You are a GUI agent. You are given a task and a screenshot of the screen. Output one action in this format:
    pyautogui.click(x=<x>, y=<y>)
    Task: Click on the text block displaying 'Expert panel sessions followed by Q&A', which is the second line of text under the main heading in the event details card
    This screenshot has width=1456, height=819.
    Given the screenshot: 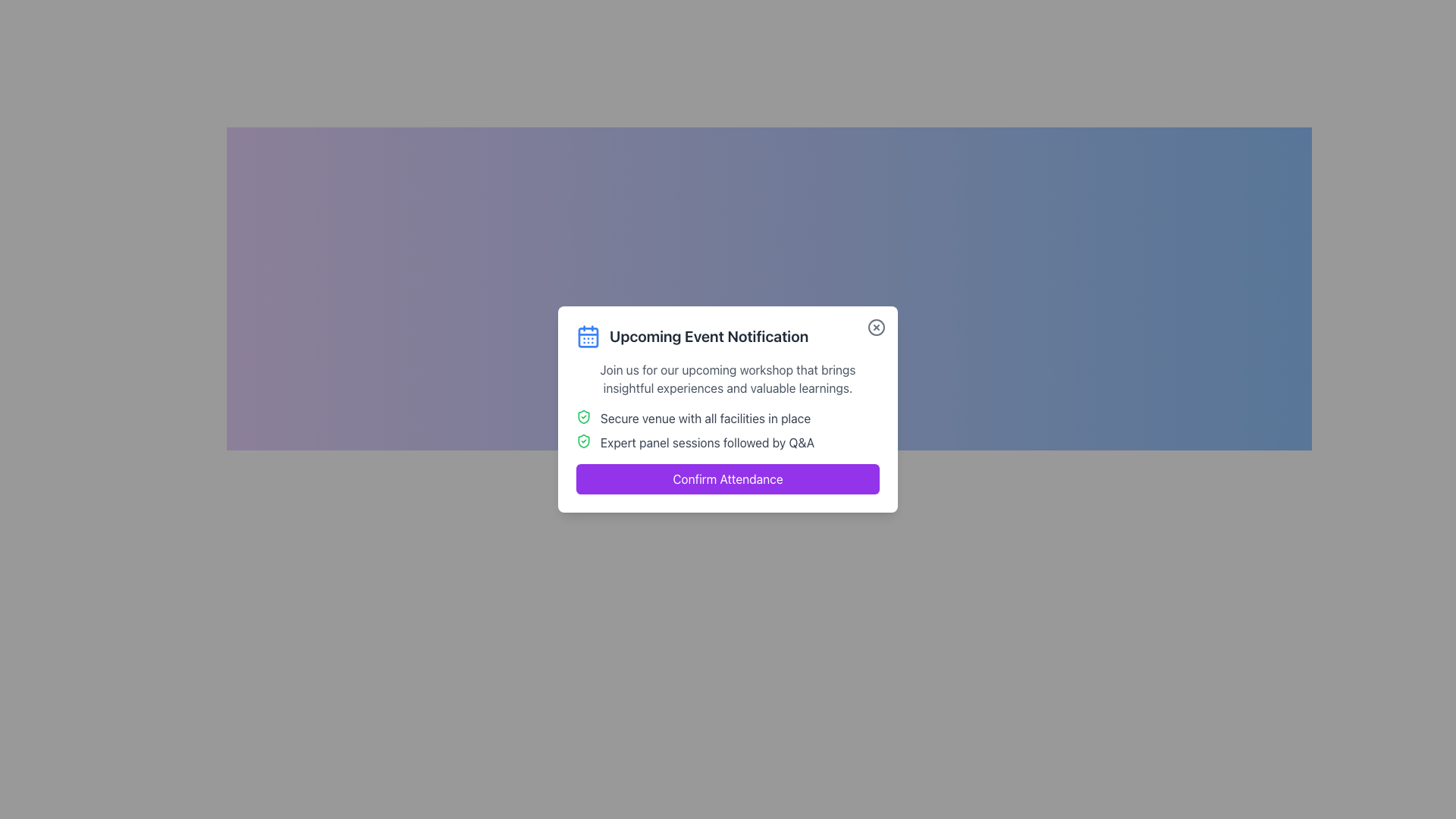 What is the action you would take?
    pyautogui.click(x=707, y=442)
    